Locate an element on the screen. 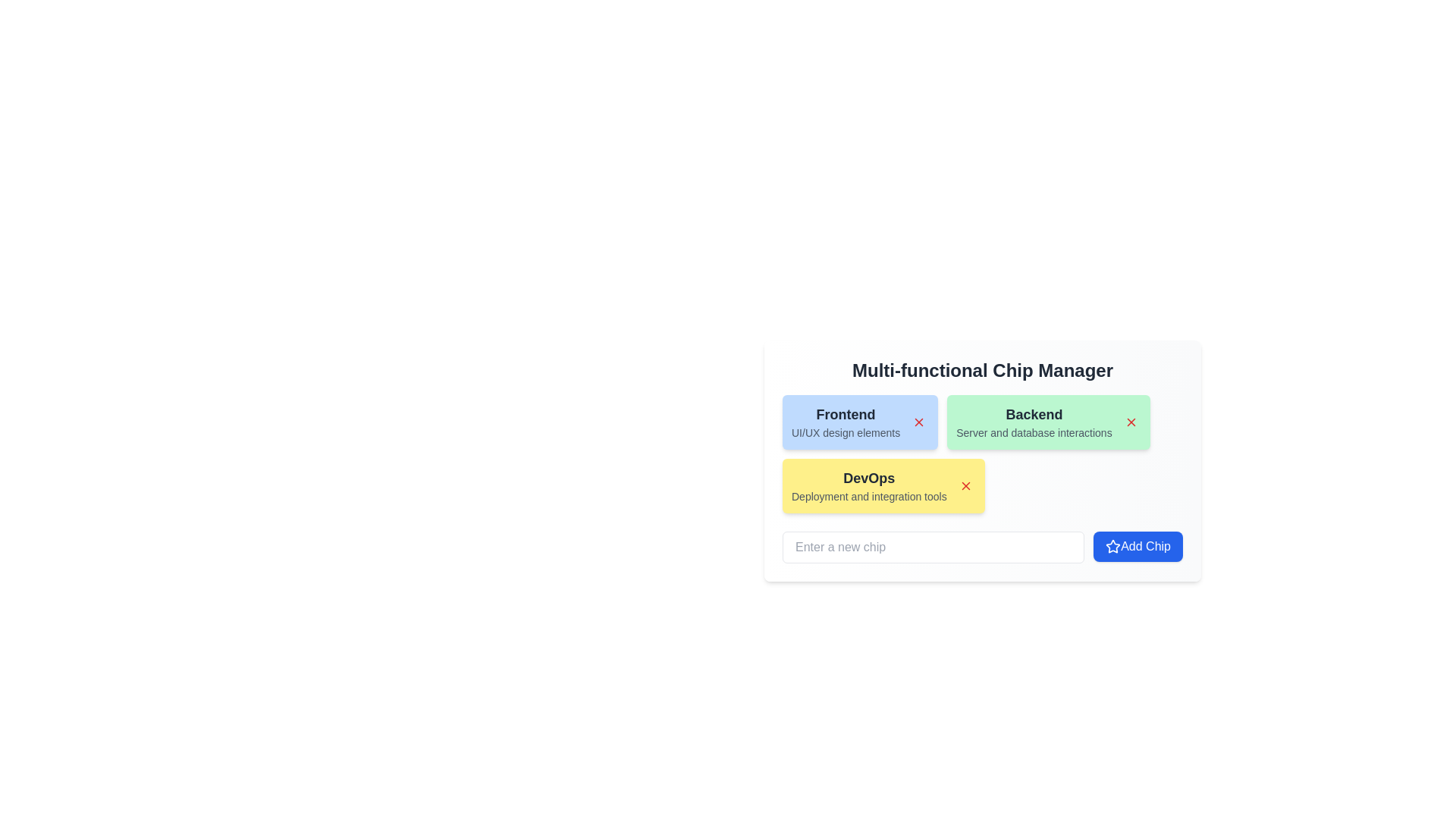  the star-shaped icon located to the left of the 'Add Chip' text within the blue button in the bottom-right corner of the interface is located at coordinates (1113, 547).